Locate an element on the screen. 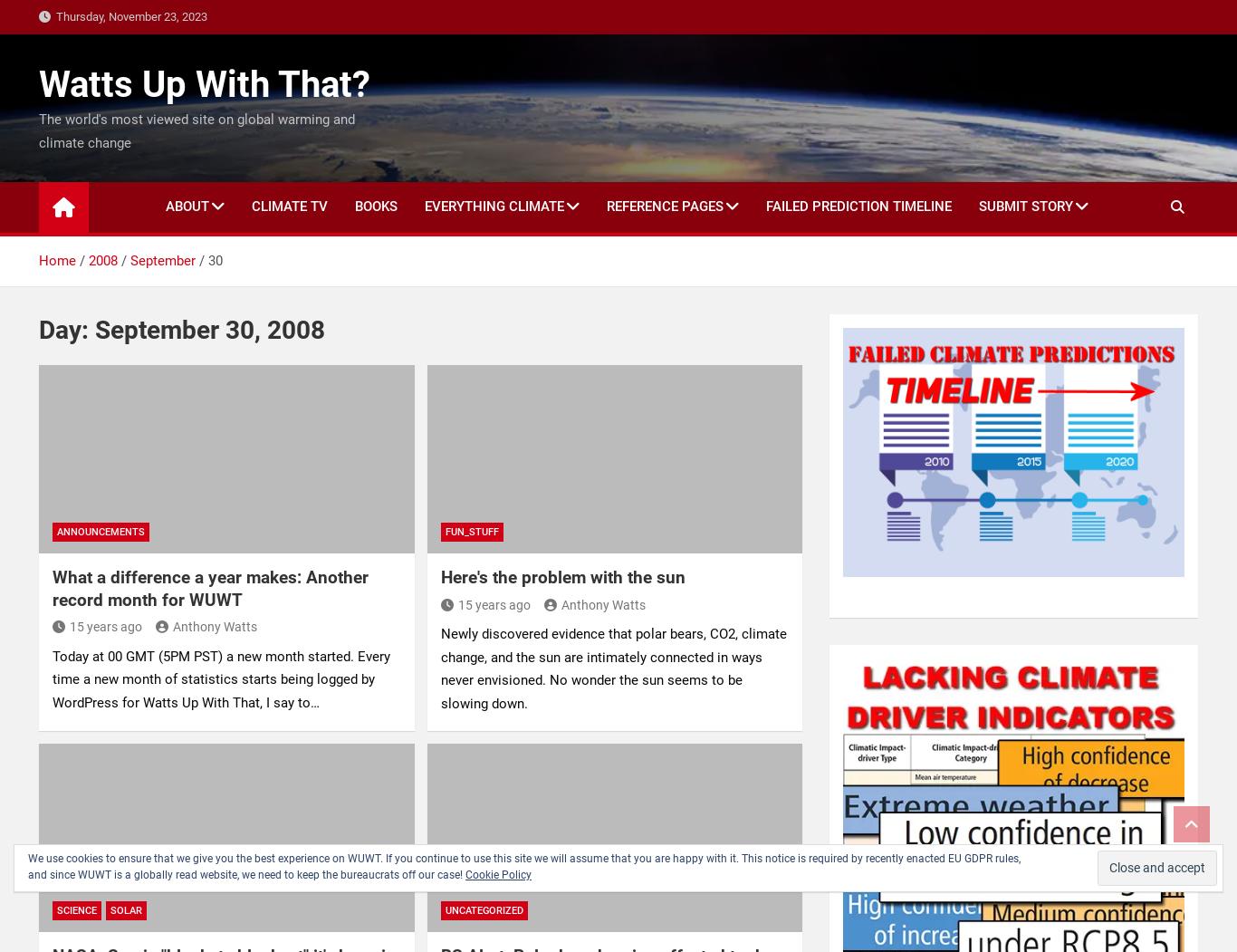 This screenshot has width=1237, height=952. '2008' is located at coordinates (103, 259).